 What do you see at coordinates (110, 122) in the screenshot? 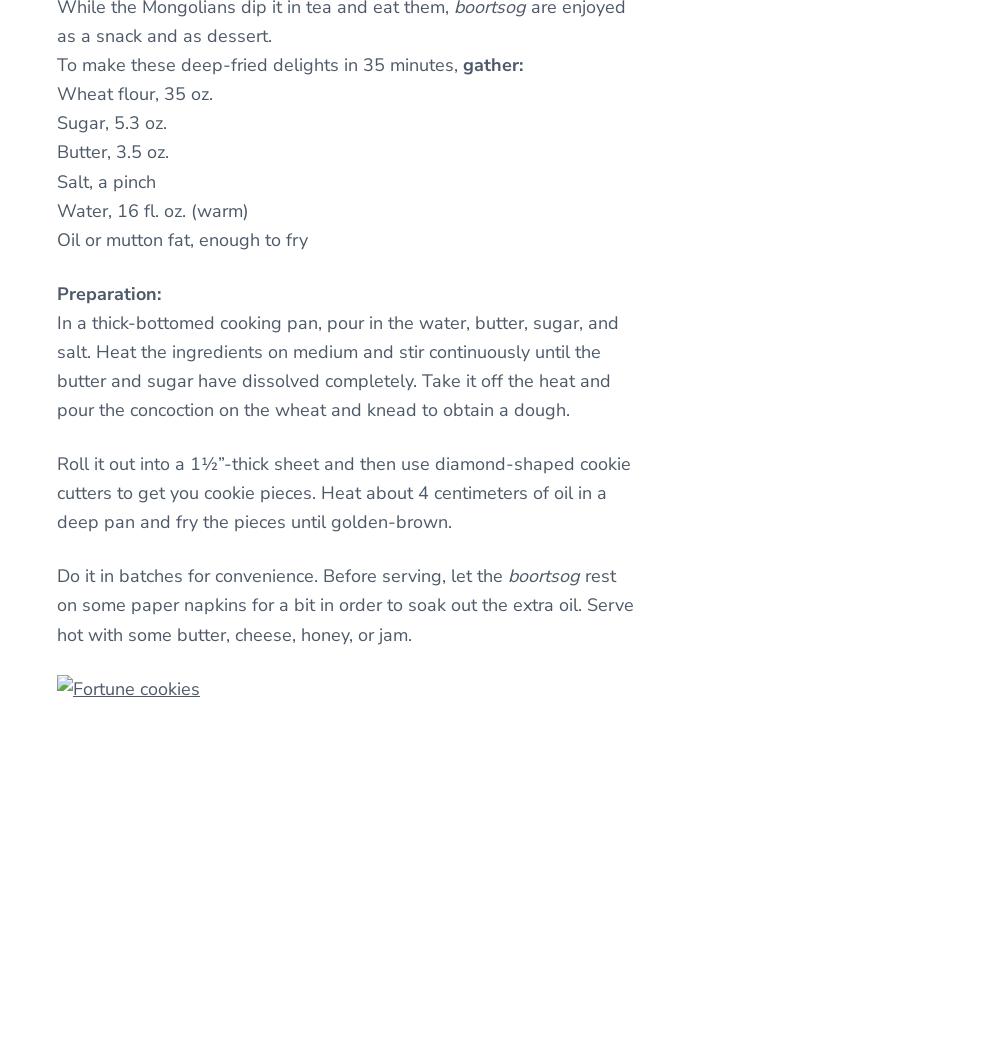
I see `'Sugar, 5.3 oz.'` at bounding box center [110, 122].